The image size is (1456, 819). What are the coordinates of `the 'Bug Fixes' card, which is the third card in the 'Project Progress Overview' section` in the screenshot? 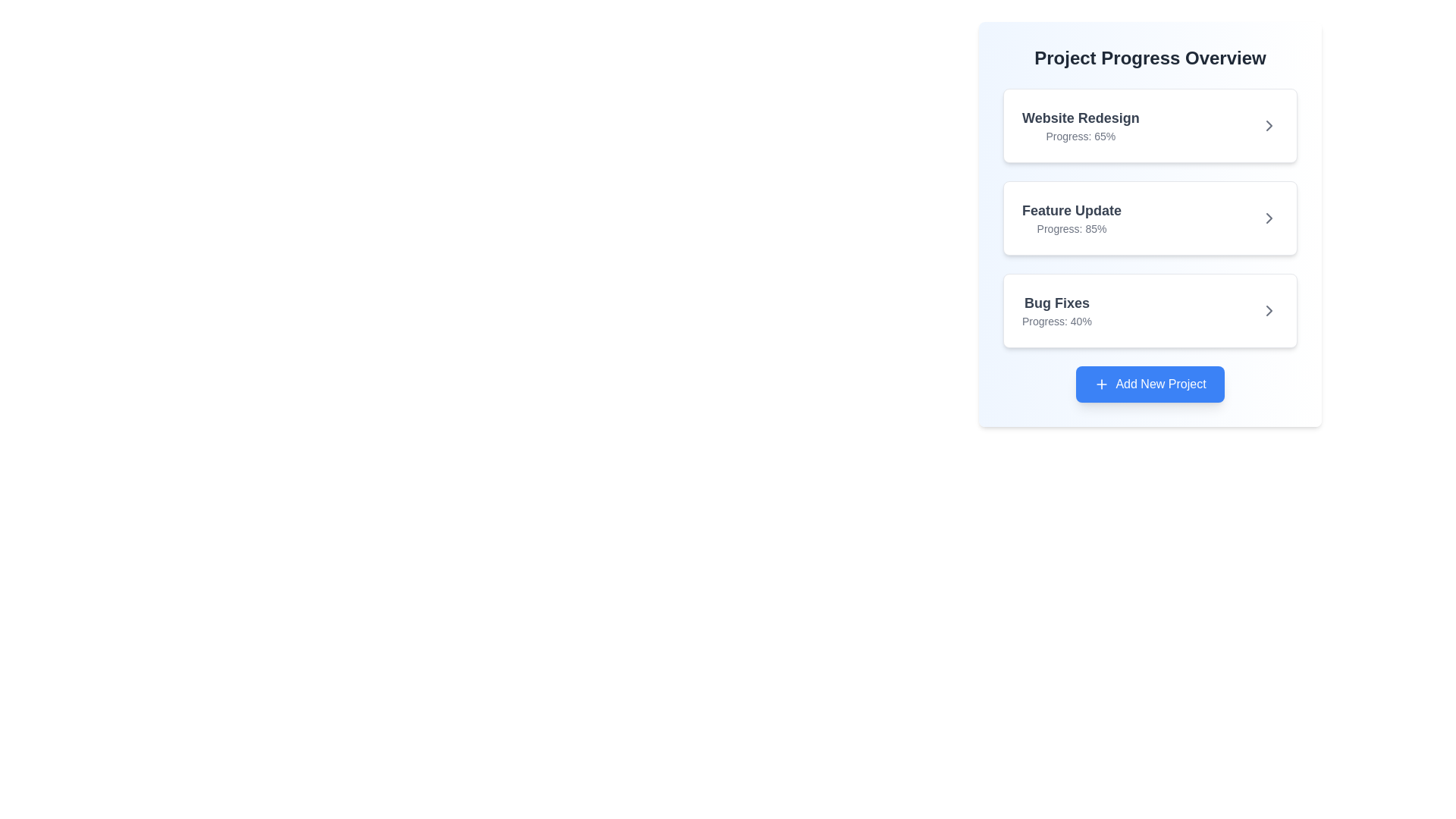 It's located at (1150, 309).